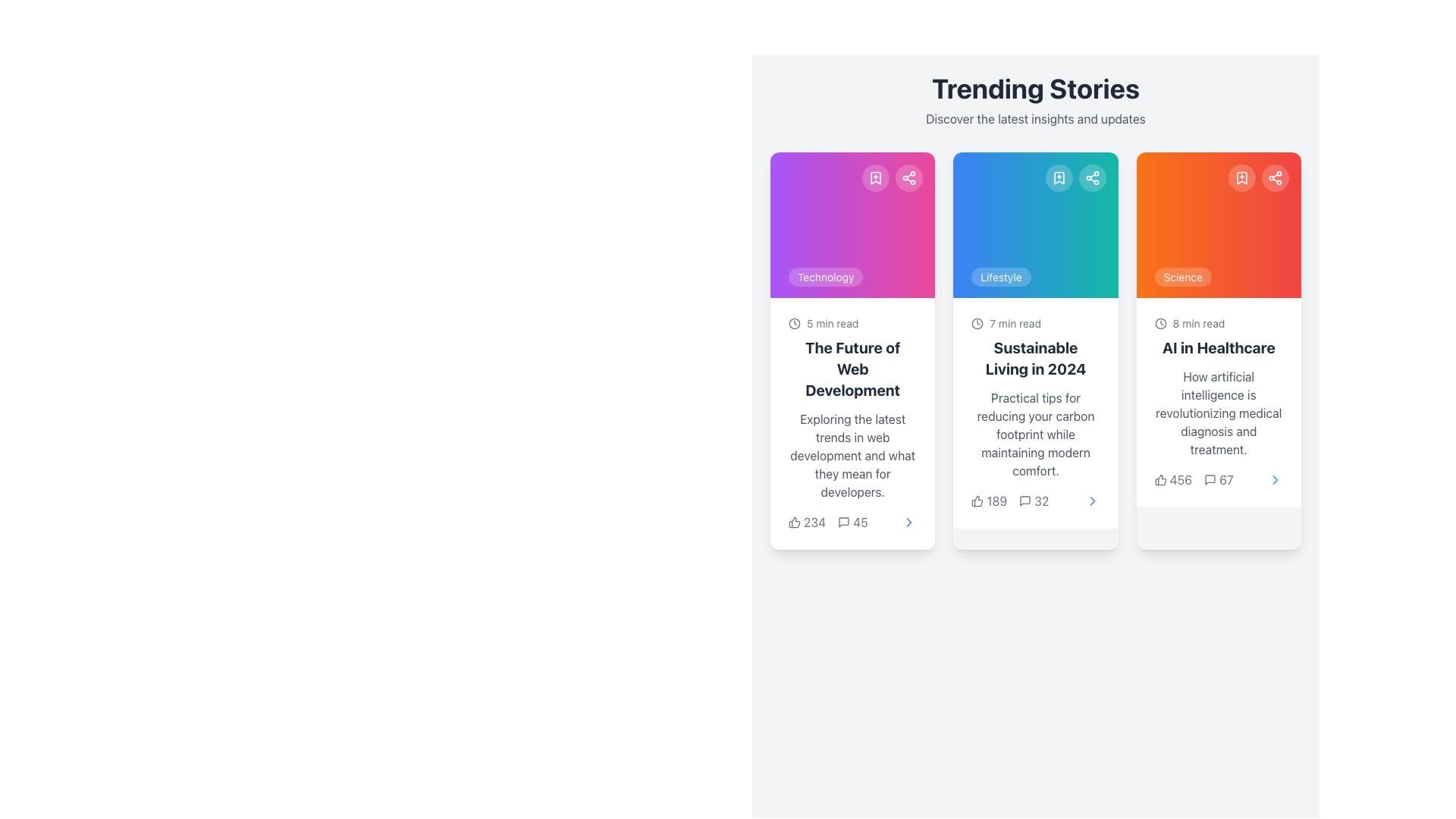 The width and height of the screenshot is (1456, 819). I want to click on the circular share button with a red background and white icon, located at the top-right corner of the 'AI in Healthcare' card, so click(1274, 177).